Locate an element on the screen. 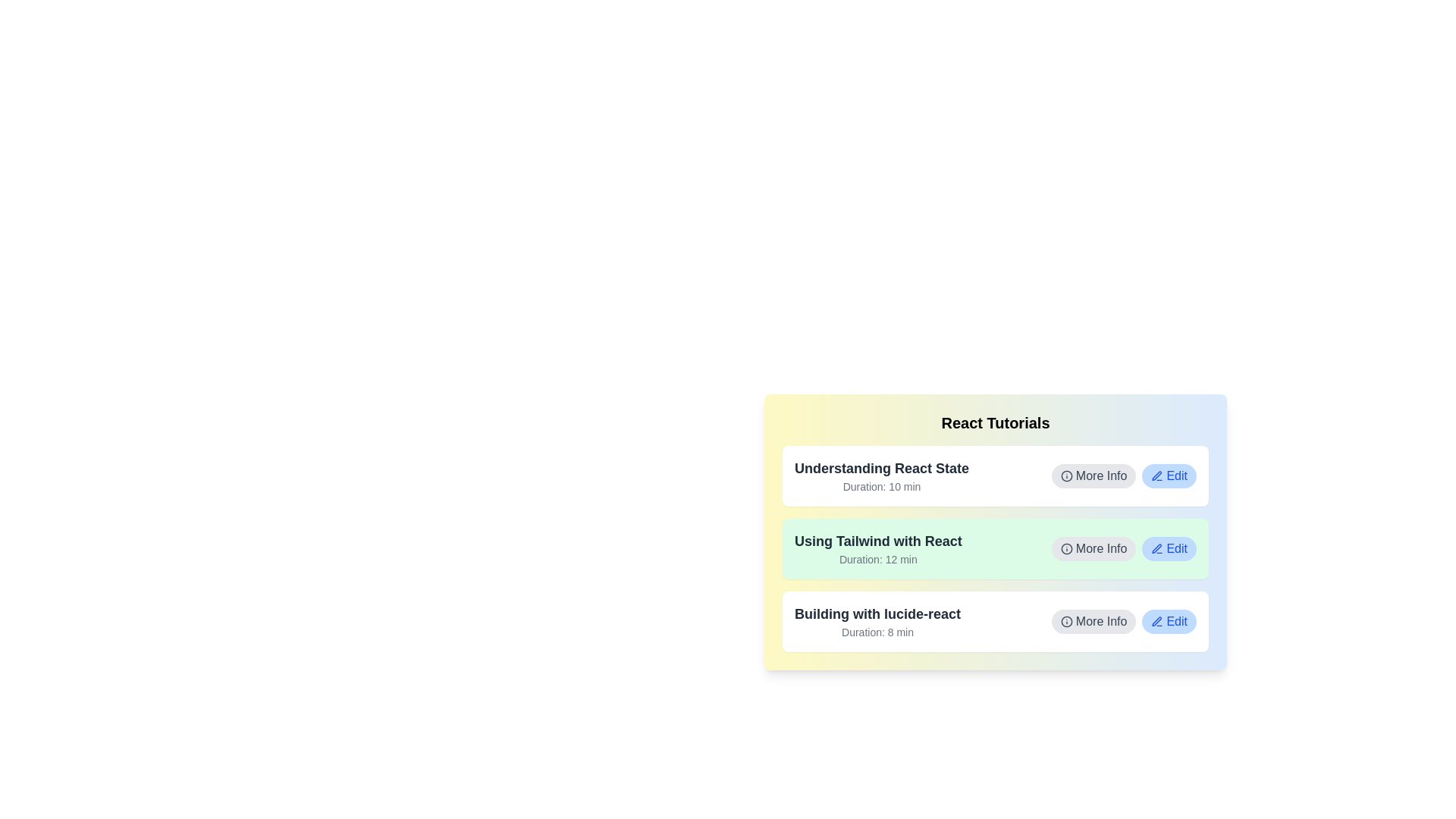  'More Info' button for the tutorial titled 'Building with lucide-react' is located at coordinates (1094, 622).